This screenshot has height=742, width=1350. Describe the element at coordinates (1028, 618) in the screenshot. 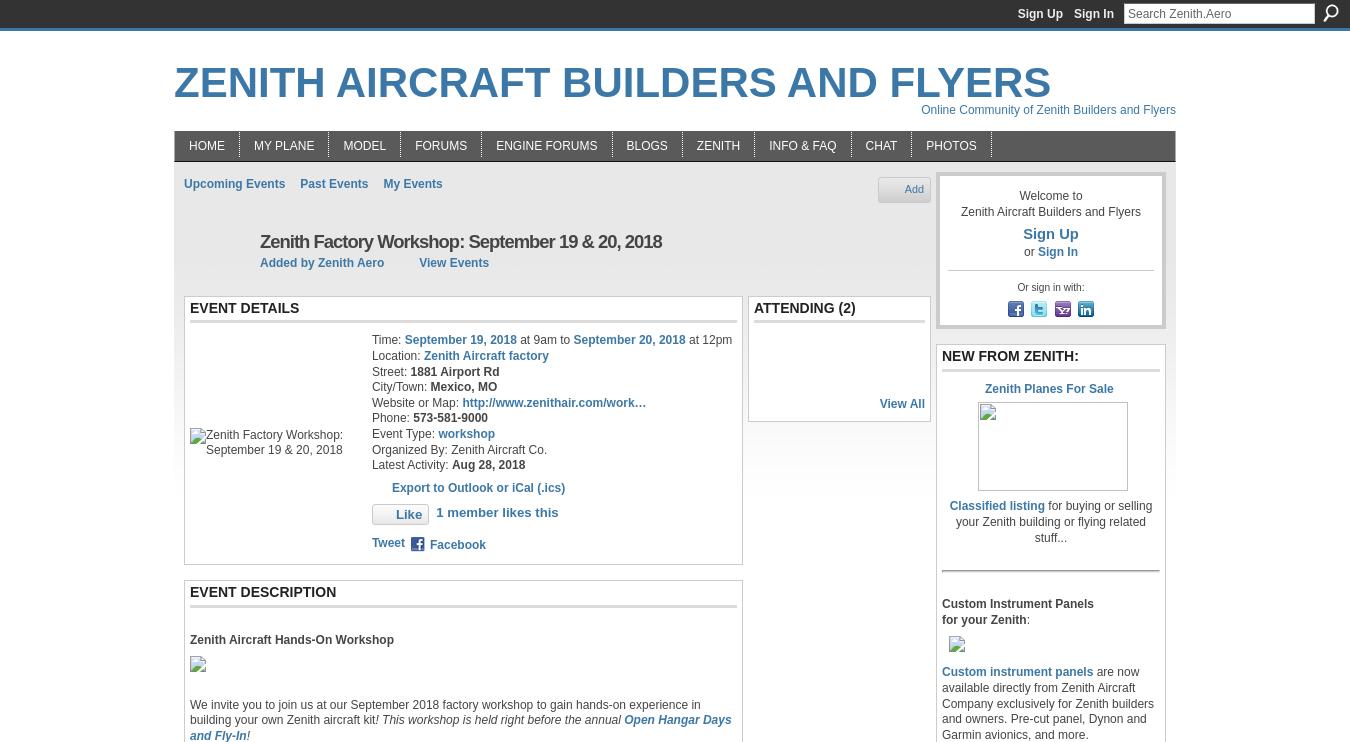

I see `':'` at that location.